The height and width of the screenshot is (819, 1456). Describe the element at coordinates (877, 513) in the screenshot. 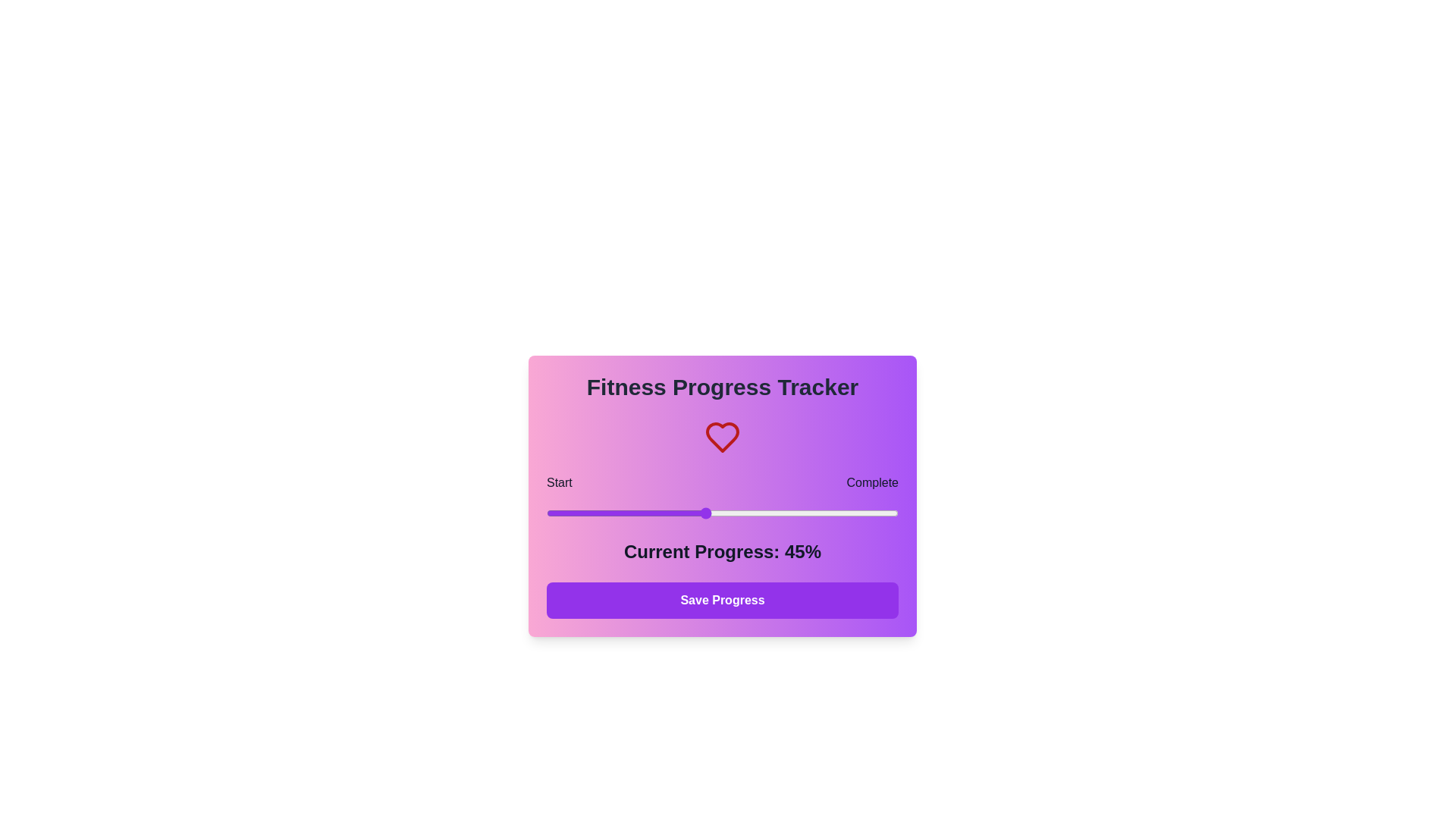

I see `the slider to set progress to 94%` at that location.